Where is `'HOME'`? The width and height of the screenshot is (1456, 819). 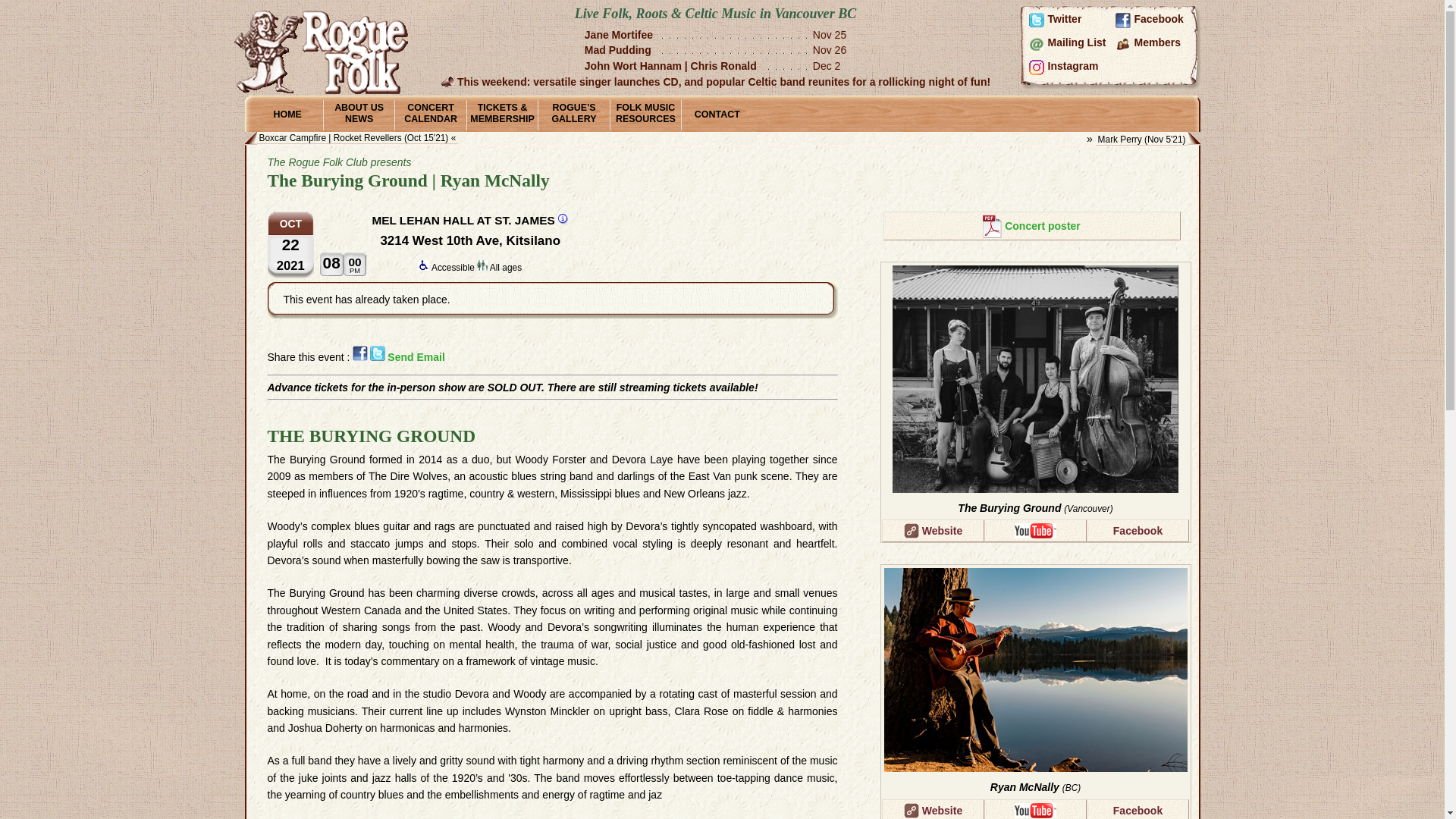 'HOME' is located at coordinates (287, 114).